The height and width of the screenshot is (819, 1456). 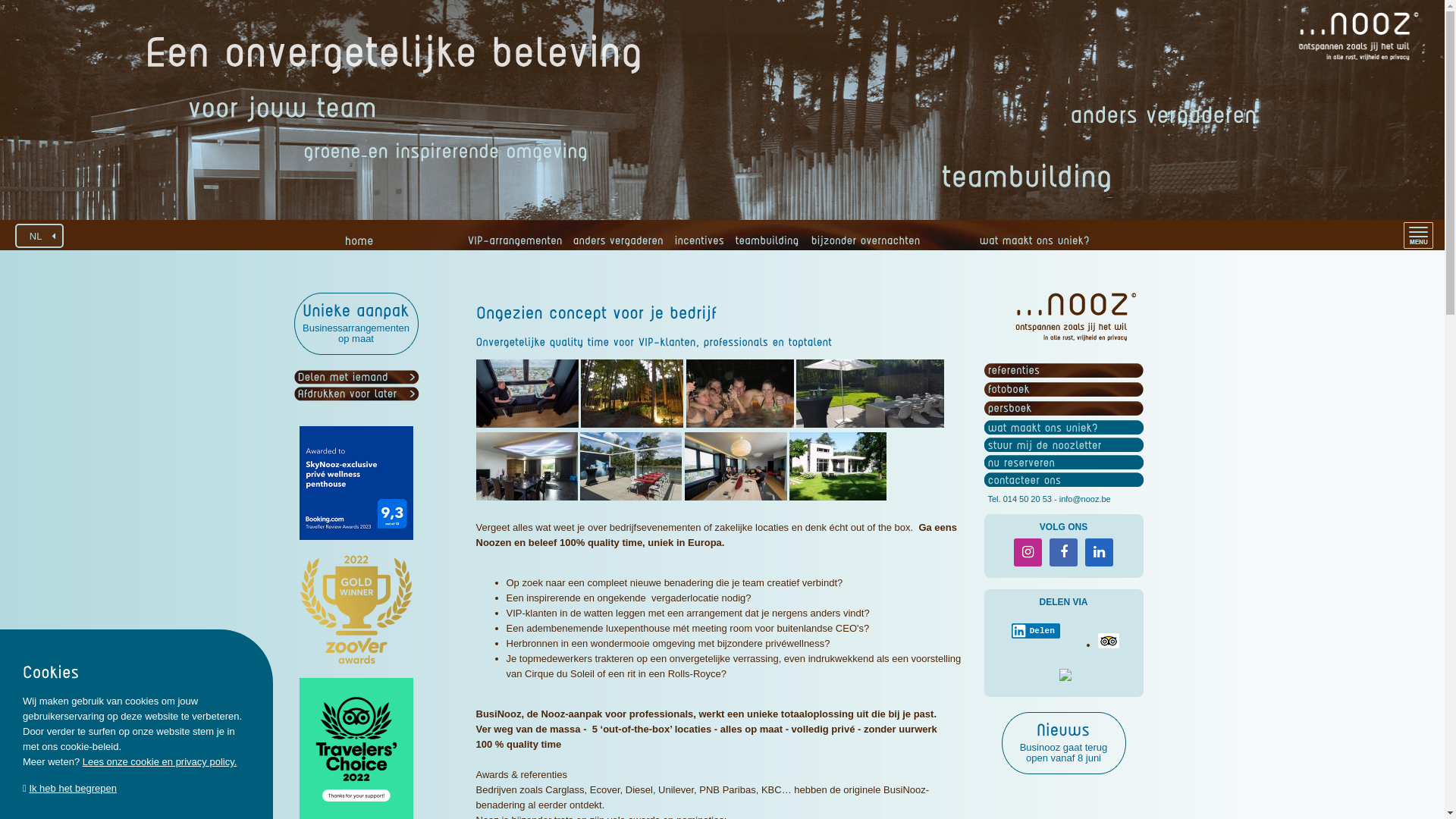 What do you see at coordinates (1013, 370) in the screenshot?
I see `'referenties'` at bounding box center [1013, 370].